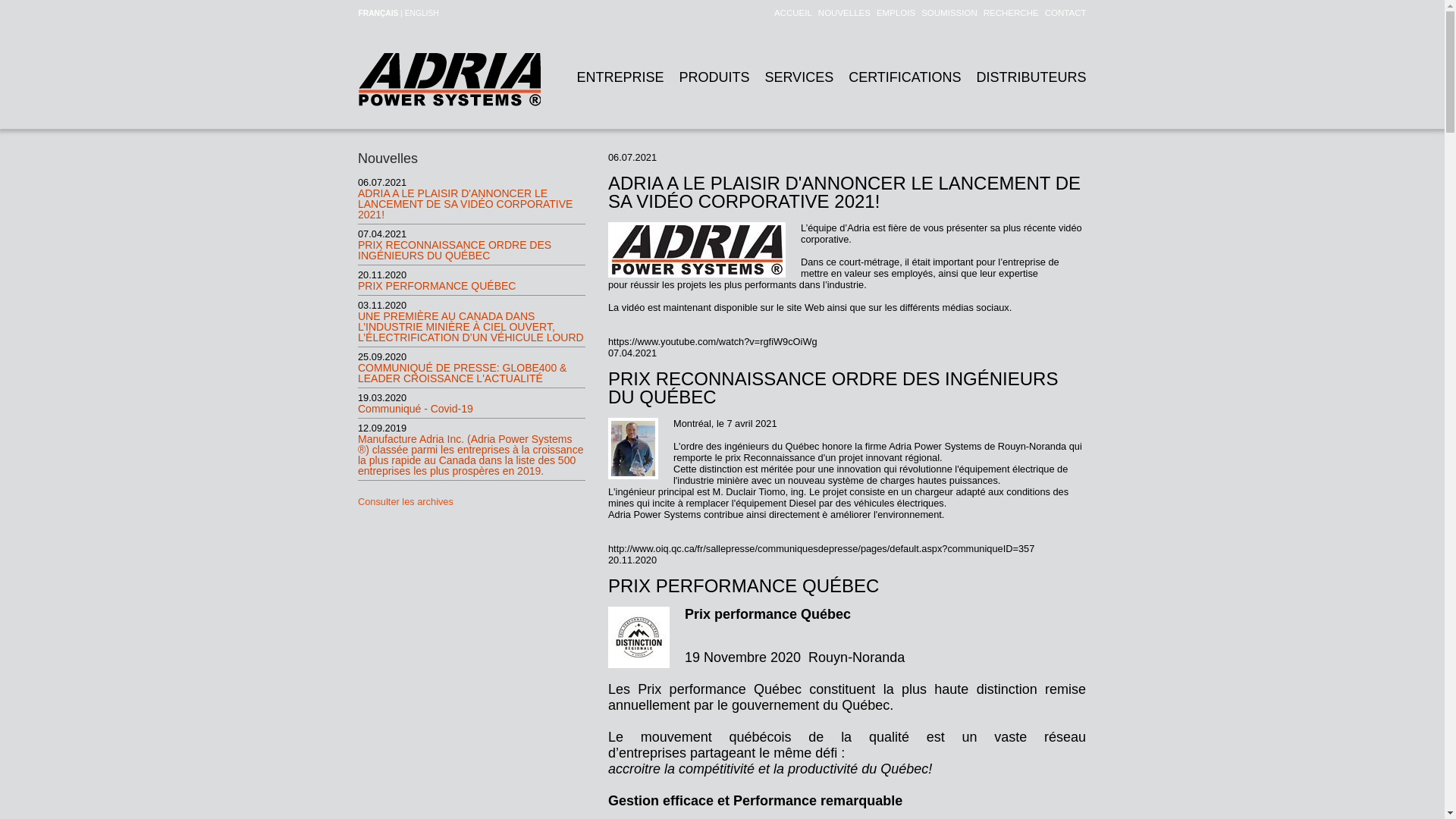  What do you see at coordinates (713, 77) in the screenshot?
I see `'PRODUITS'` at bounding box center [713, 77].